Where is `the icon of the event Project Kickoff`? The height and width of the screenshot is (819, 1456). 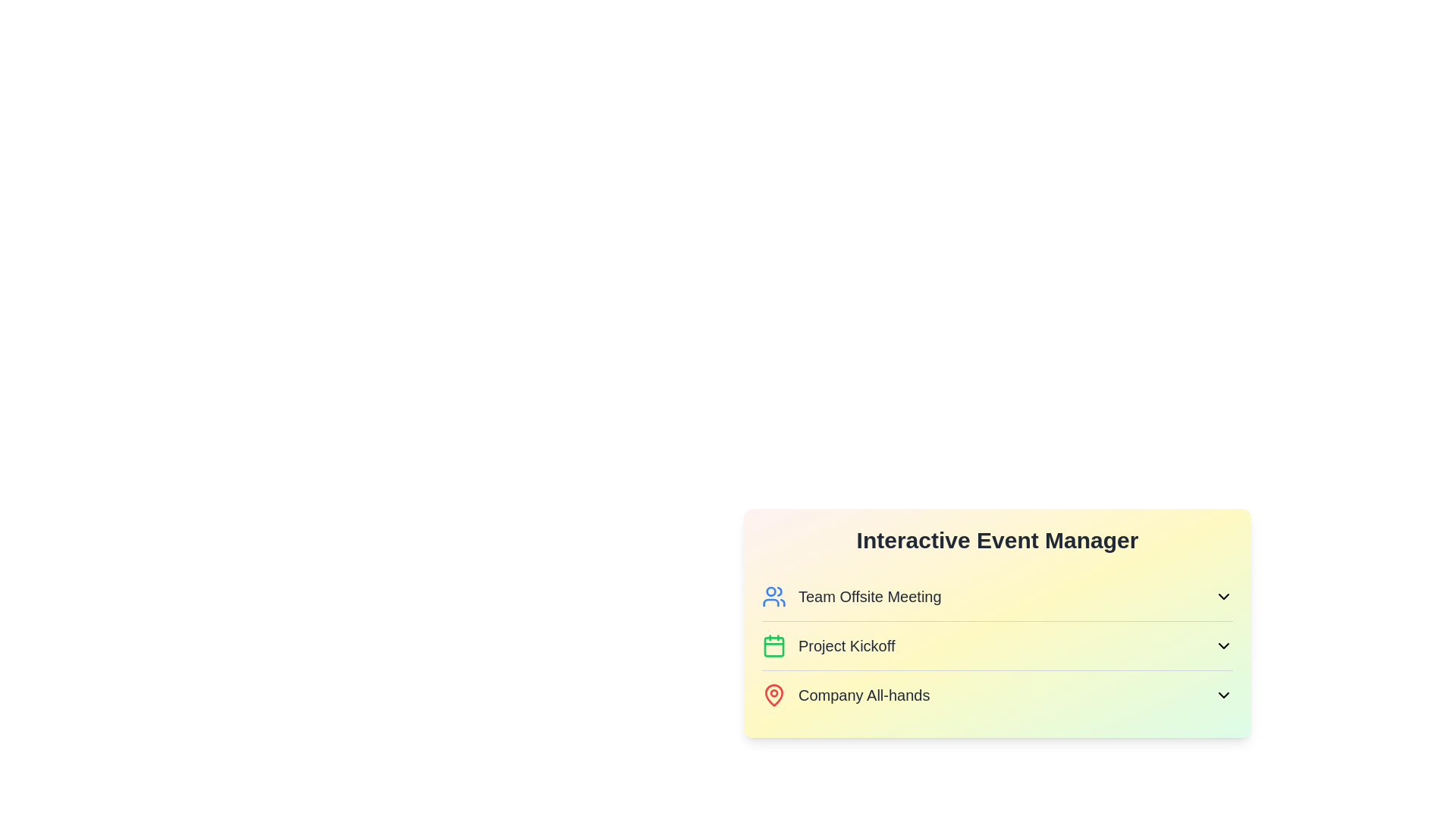
the icon of the event Project Kickoff is located at coordinates (774, 646).